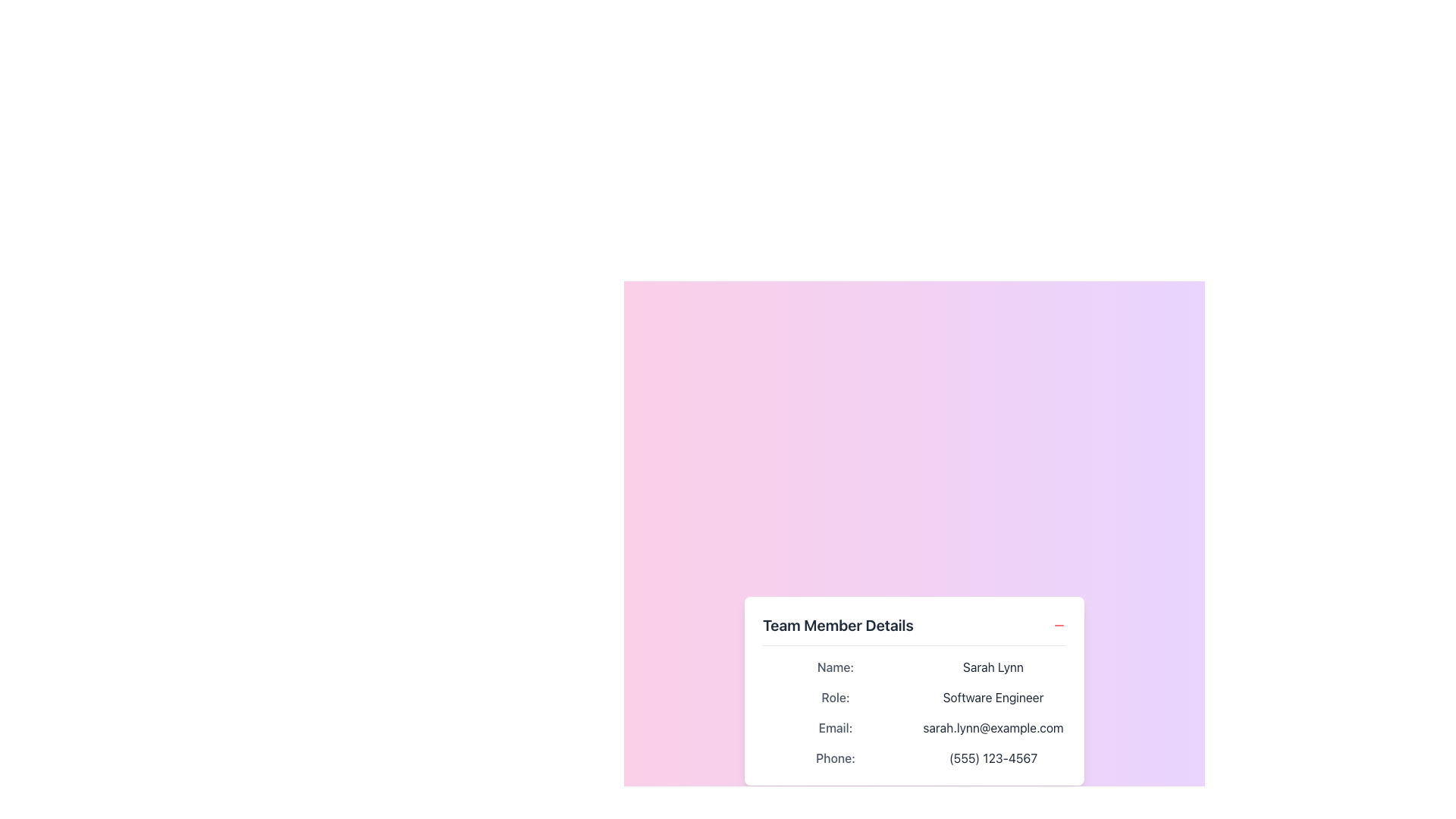 This screenshot has height=819, width=1456. Describe the element at coordinates (835, 696) in the screenshot. I see `the 'Role:' text label, which is a gray-colored label with medium font weight, positioned below the 'Name:' label and above the 'Email:' label in the grid layout of team member details` at that location.